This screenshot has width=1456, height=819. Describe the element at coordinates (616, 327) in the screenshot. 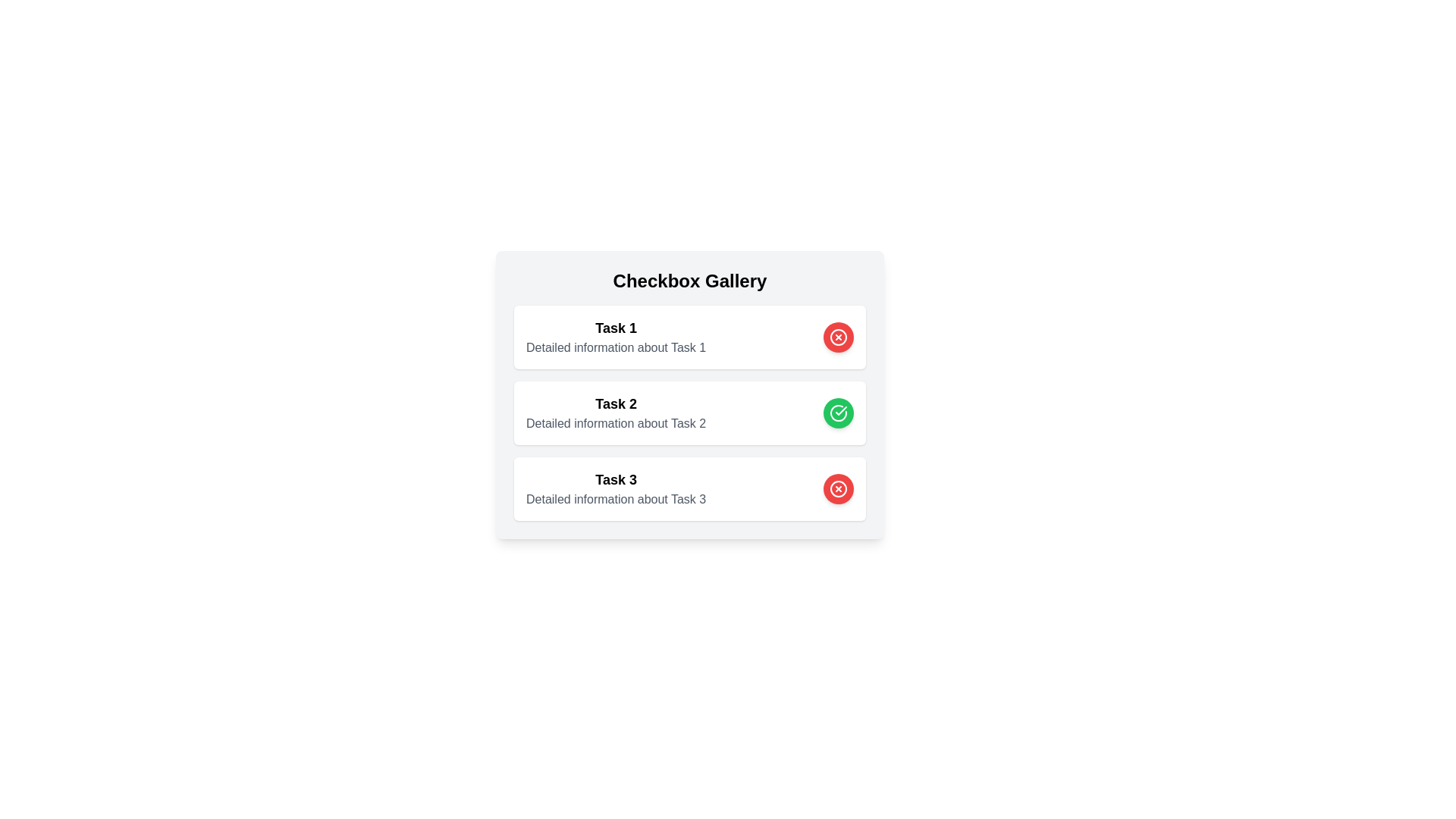

I see `the text of Task 1's name to select it` at that location.